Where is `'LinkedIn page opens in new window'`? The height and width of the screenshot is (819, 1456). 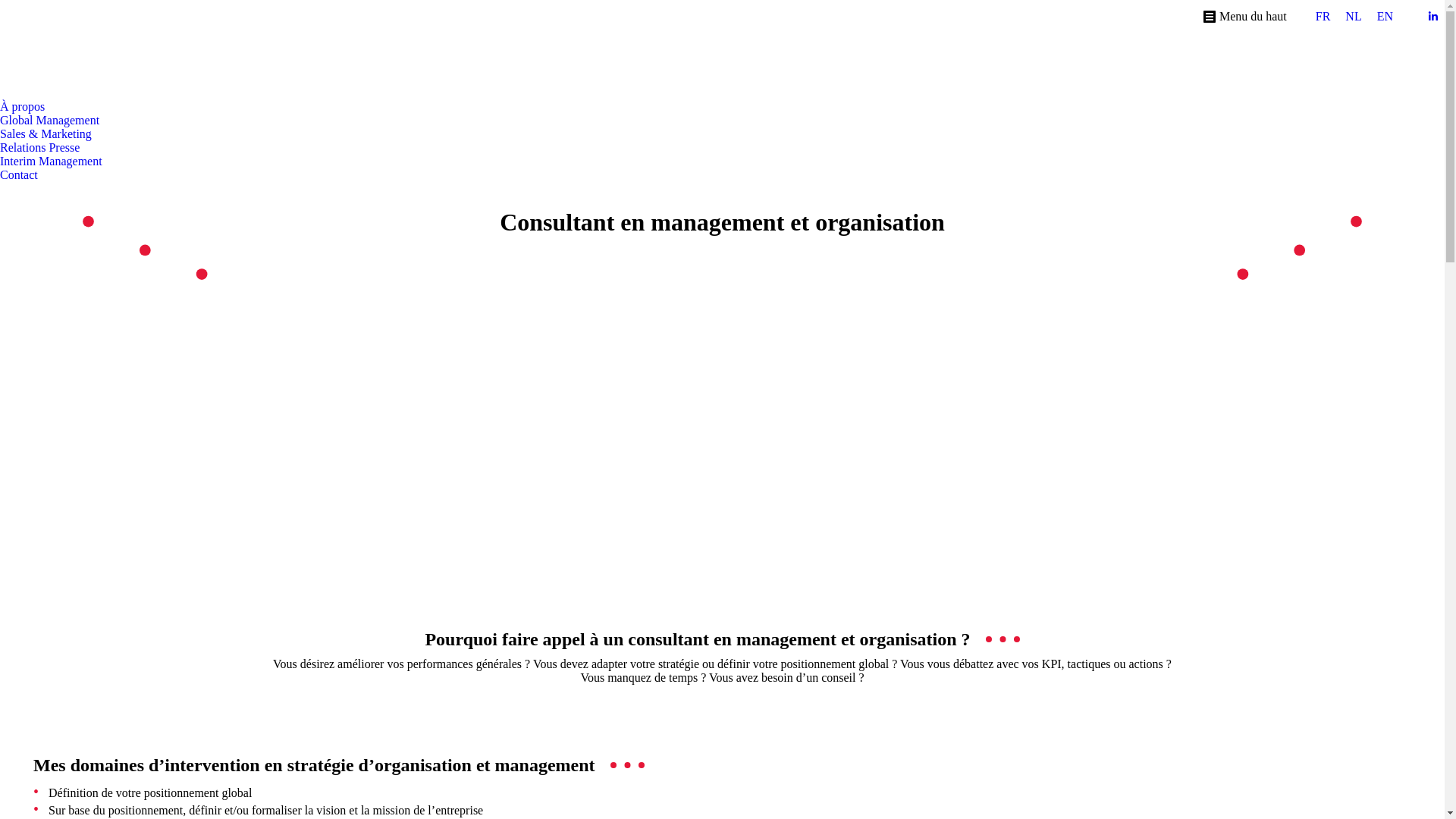
'LinkedIn page opens in new window' is located at coordinates (1422, 17).